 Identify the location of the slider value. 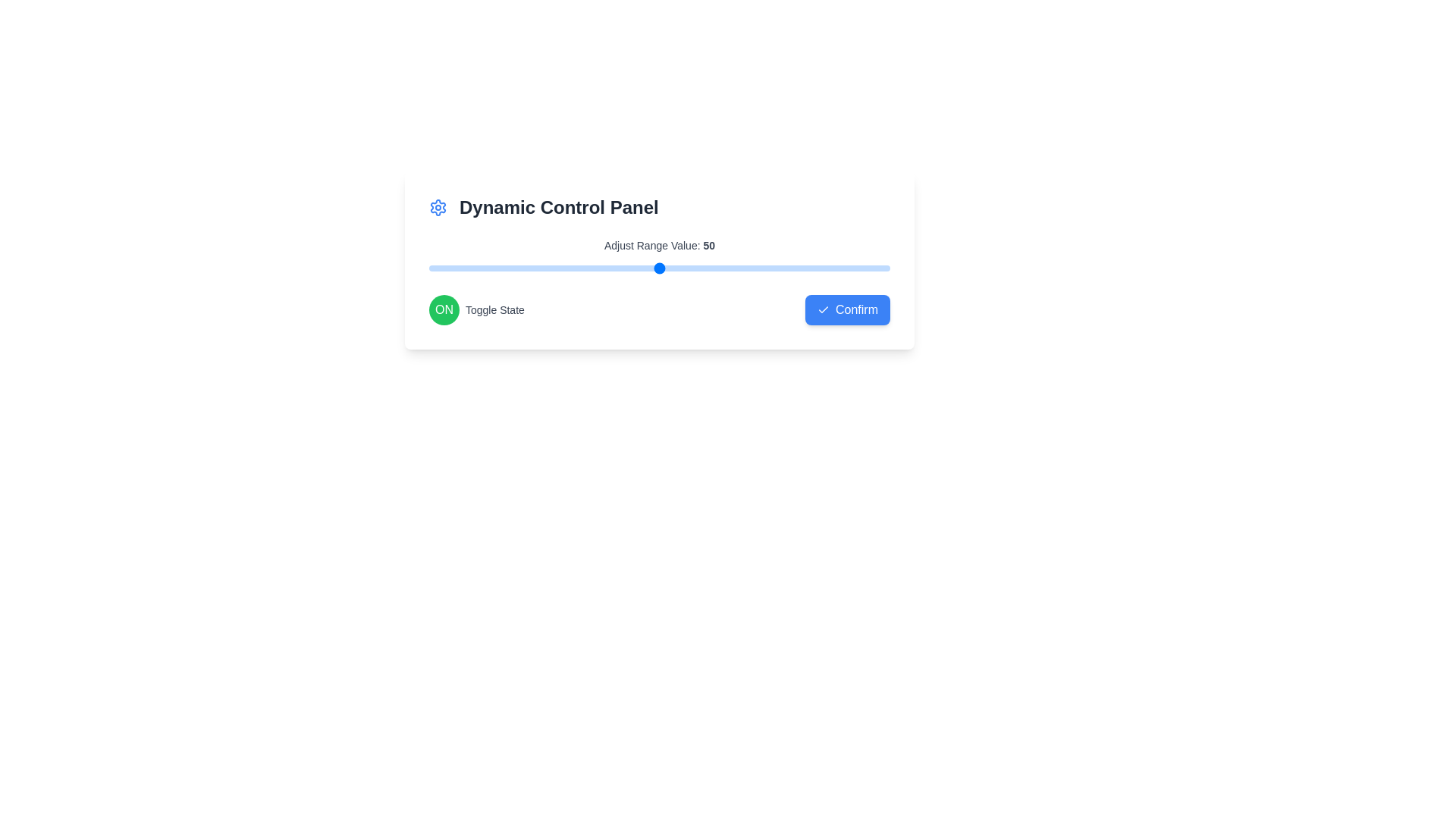
(885, 268).